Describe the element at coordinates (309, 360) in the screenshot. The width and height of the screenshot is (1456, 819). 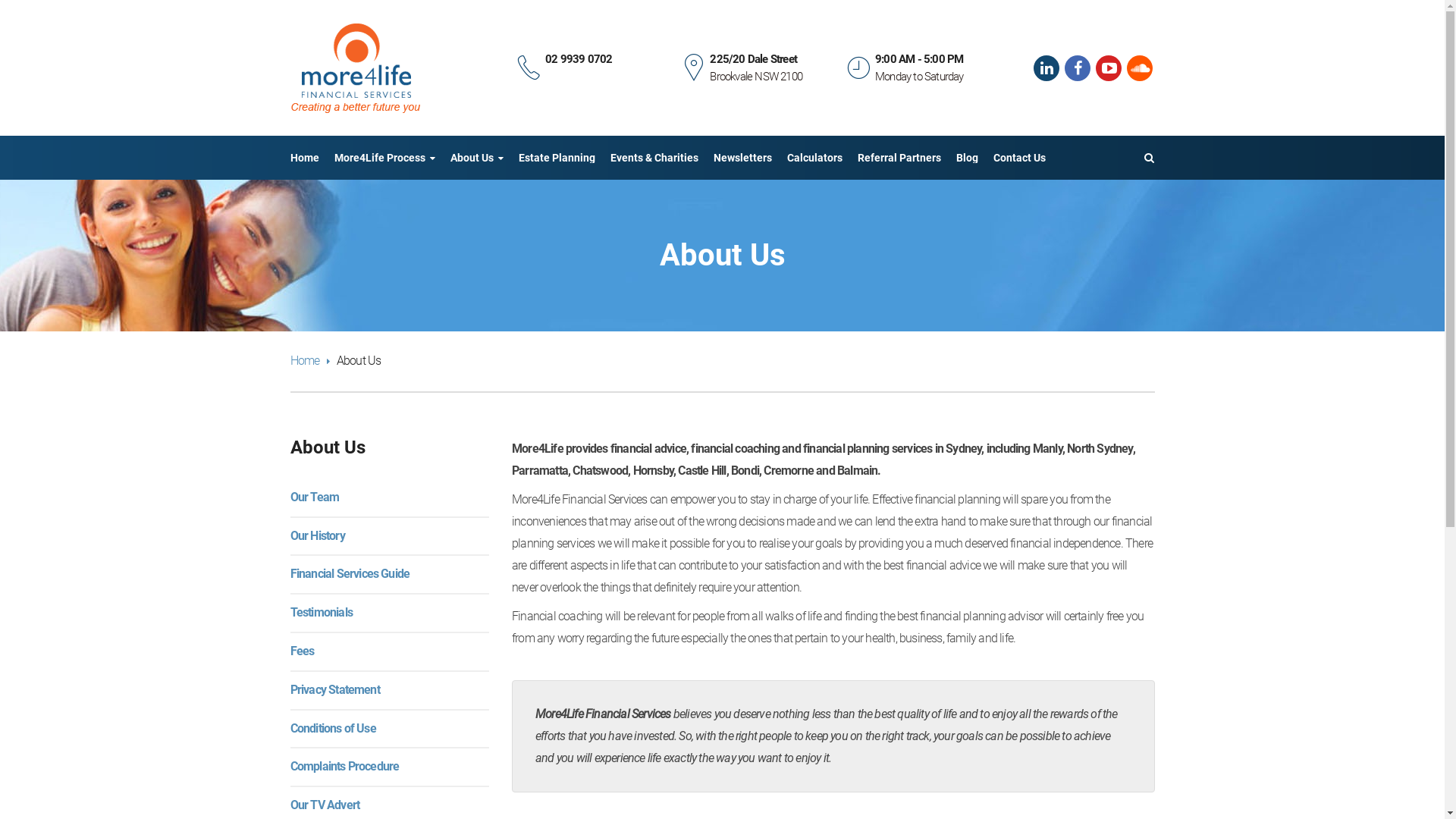
I see `'Home'` at that location.